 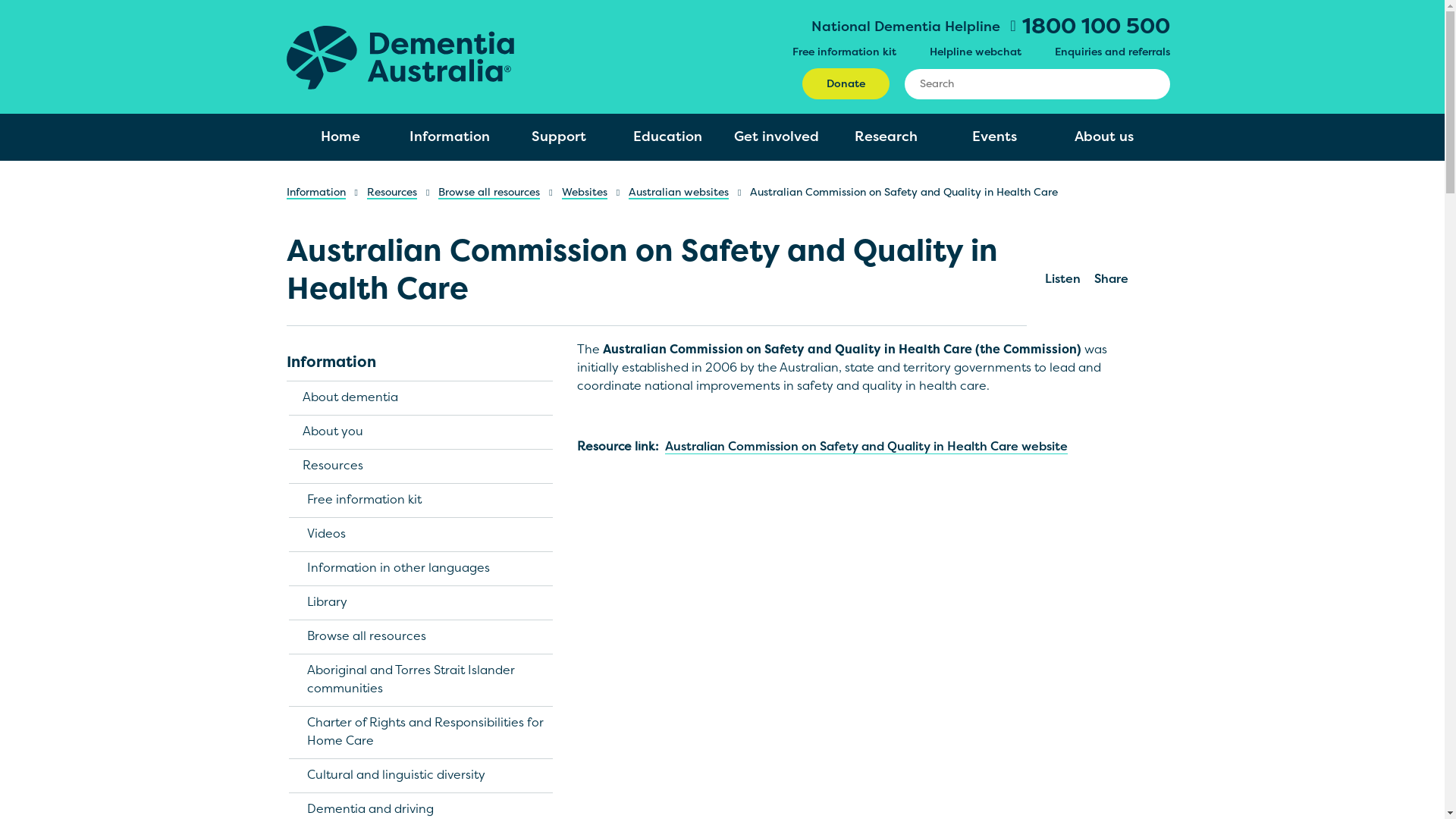 I want to click on 'Events', so click(x=994, y=137).